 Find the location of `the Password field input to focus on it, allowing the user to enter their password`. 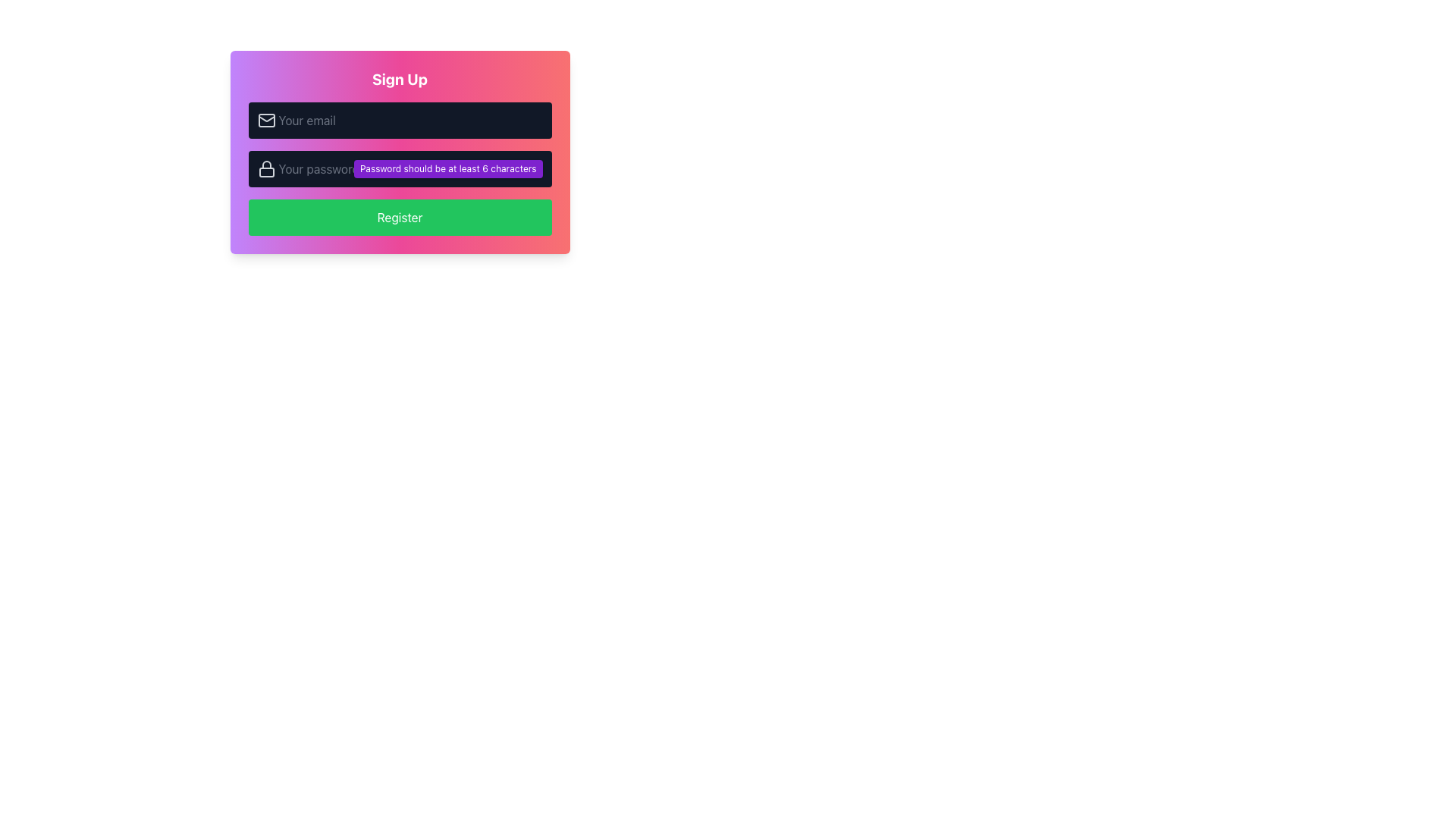

the Password field input to focus on it, allowing the user to enter their password is located at coordinates (400, 169).